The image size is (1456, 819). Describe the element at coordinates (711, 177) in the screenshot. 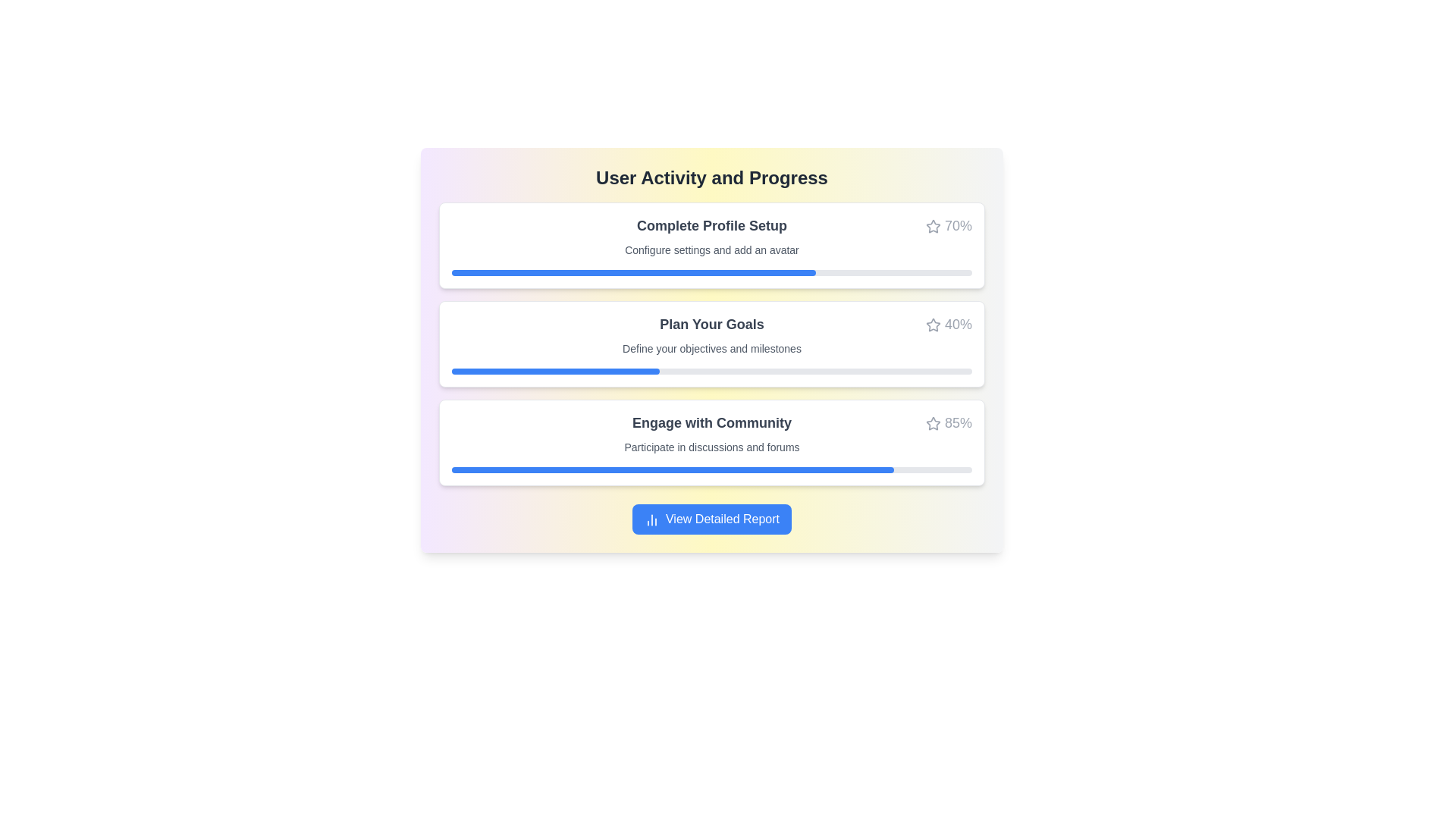

I see `the prominently displayed heading 'User Activity and Progress' at the top of the card-like section` at that location.